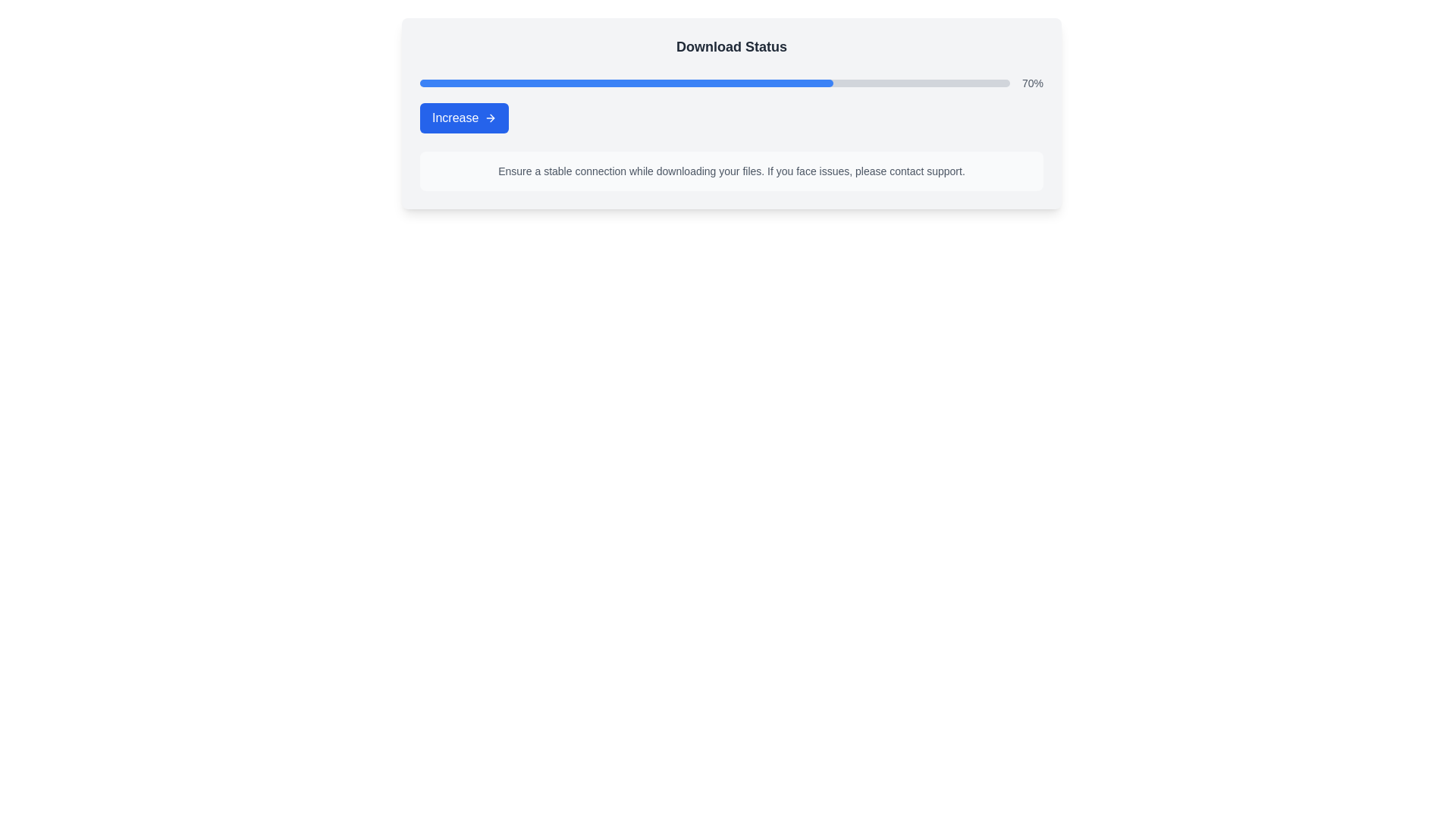  Describe the element at coordinates (731, 104) in the screenshot. I see `progress information from the Composite component indicating download progress at 70% within the 'Download Status' card` at that location.